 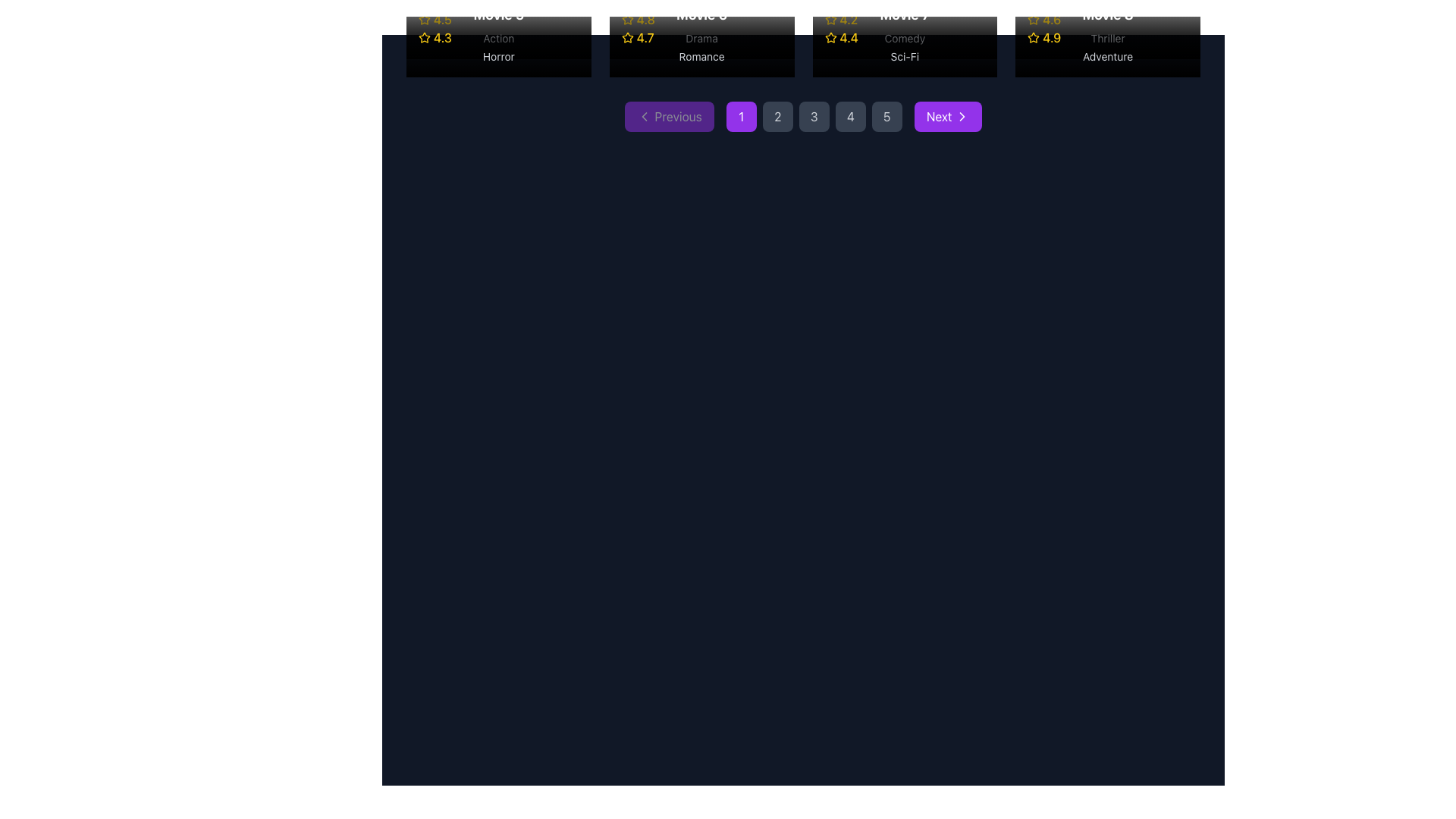 What do you see at coordinates (905, 14) in the screenshot?
I see `the movie title label located at the top of the movie item card, which displays the title of a specific movie in a grid layout` at bounding box center [905, 14].